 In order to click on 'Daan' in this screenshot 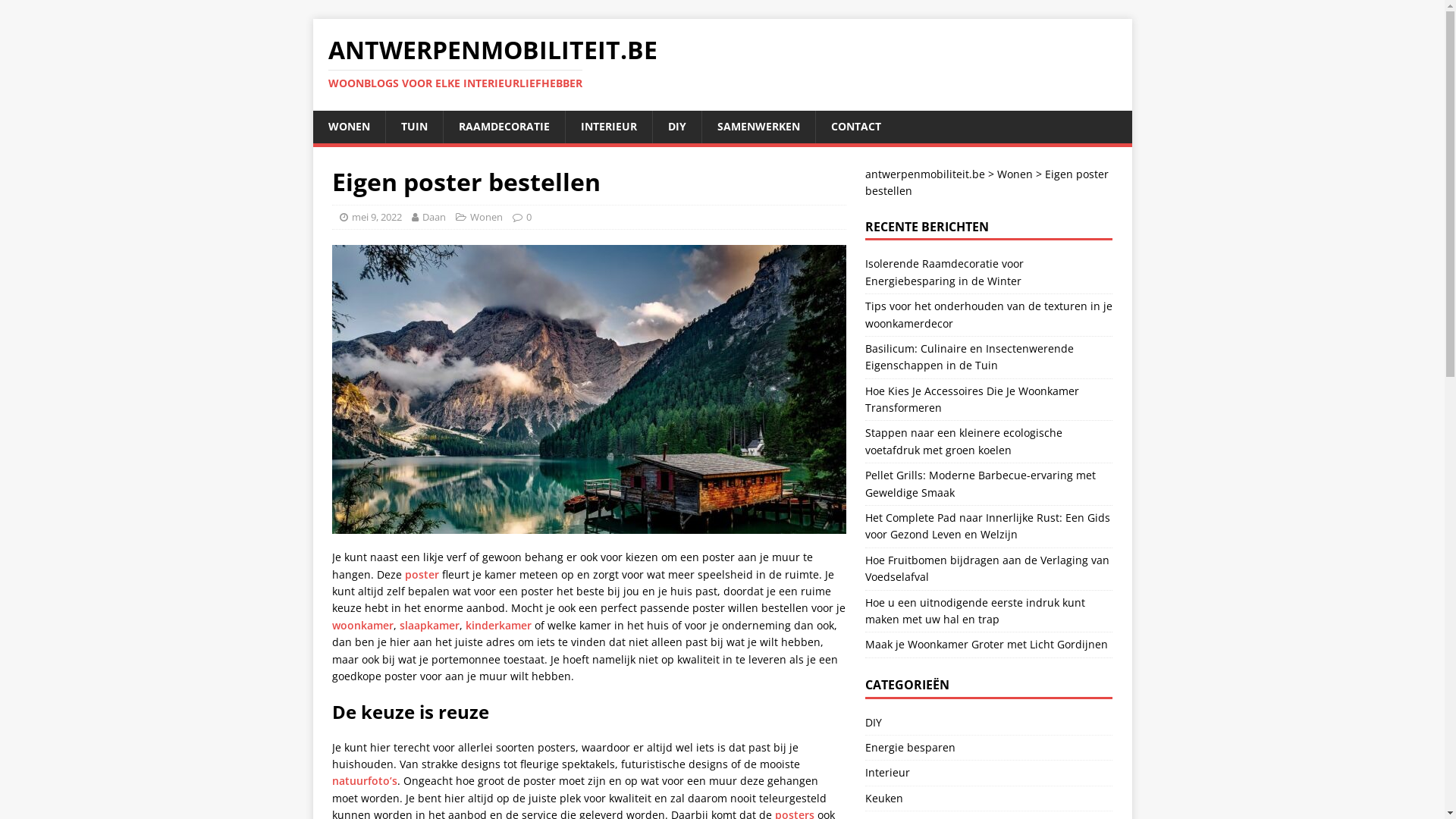, I will do `click(432, 216)`.